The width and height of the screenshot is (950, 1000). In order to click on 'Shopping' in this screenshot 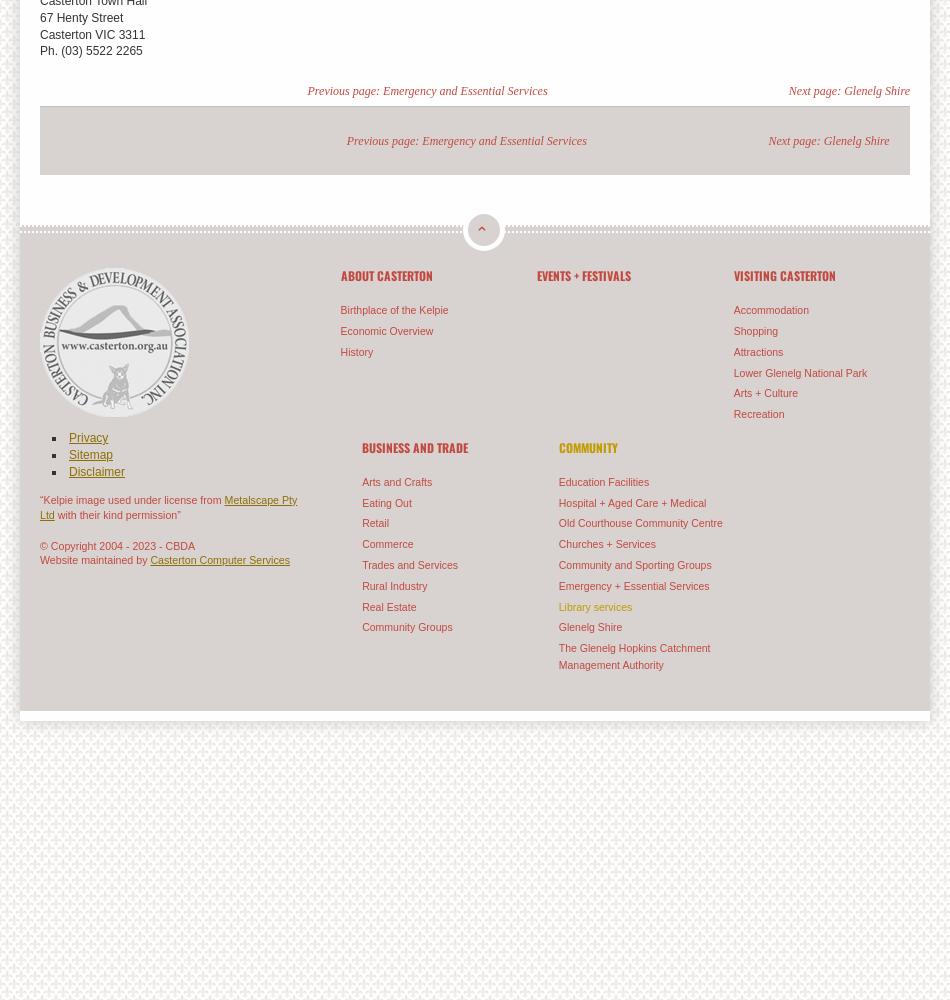, I will do `click(754, 329)`.